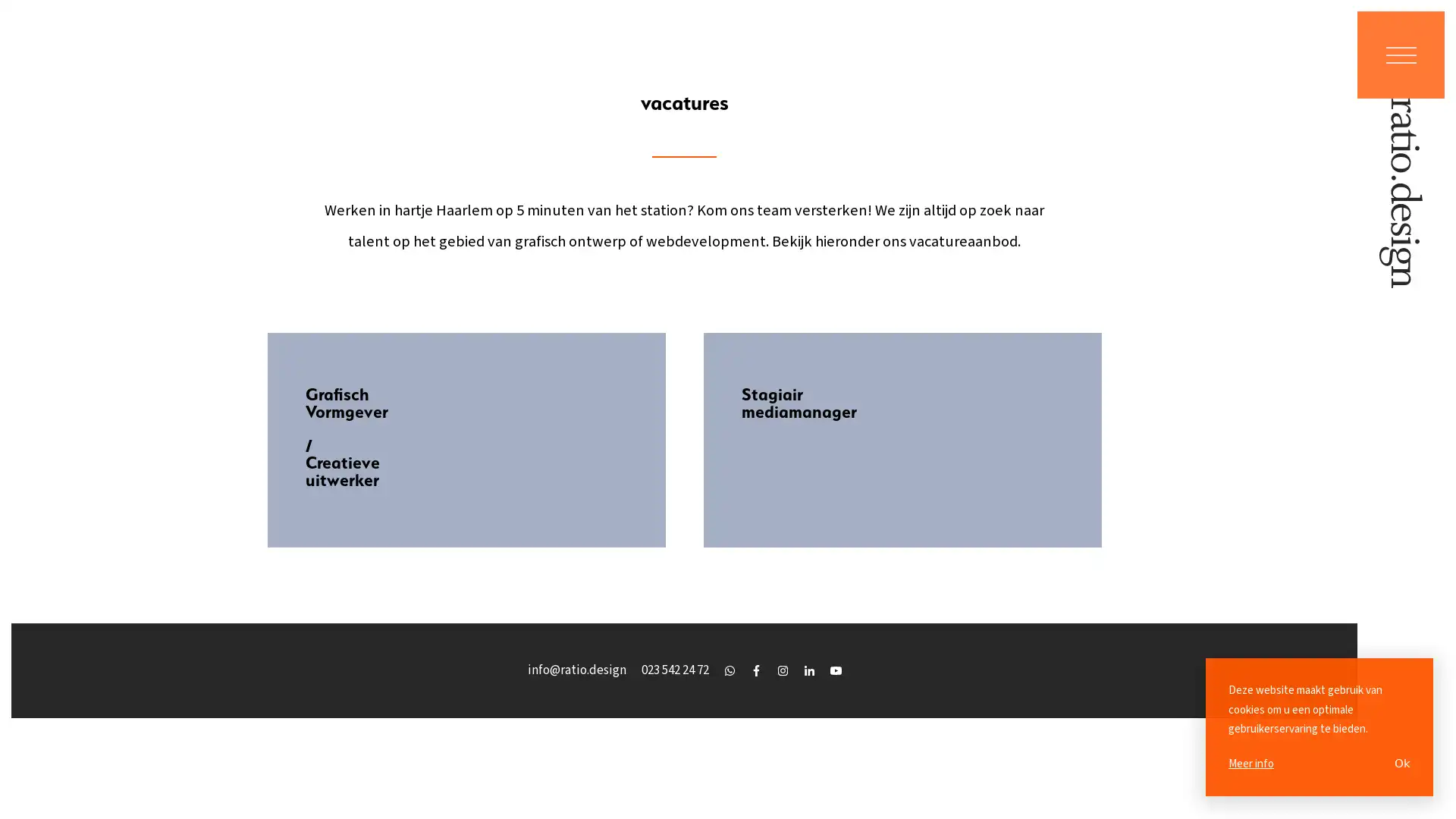 This screenshot has width=1456, height=819. What do you see at coordinates (1401, 763) in the screenshot?
I see `Ok` at bounding box center [1401, 763].